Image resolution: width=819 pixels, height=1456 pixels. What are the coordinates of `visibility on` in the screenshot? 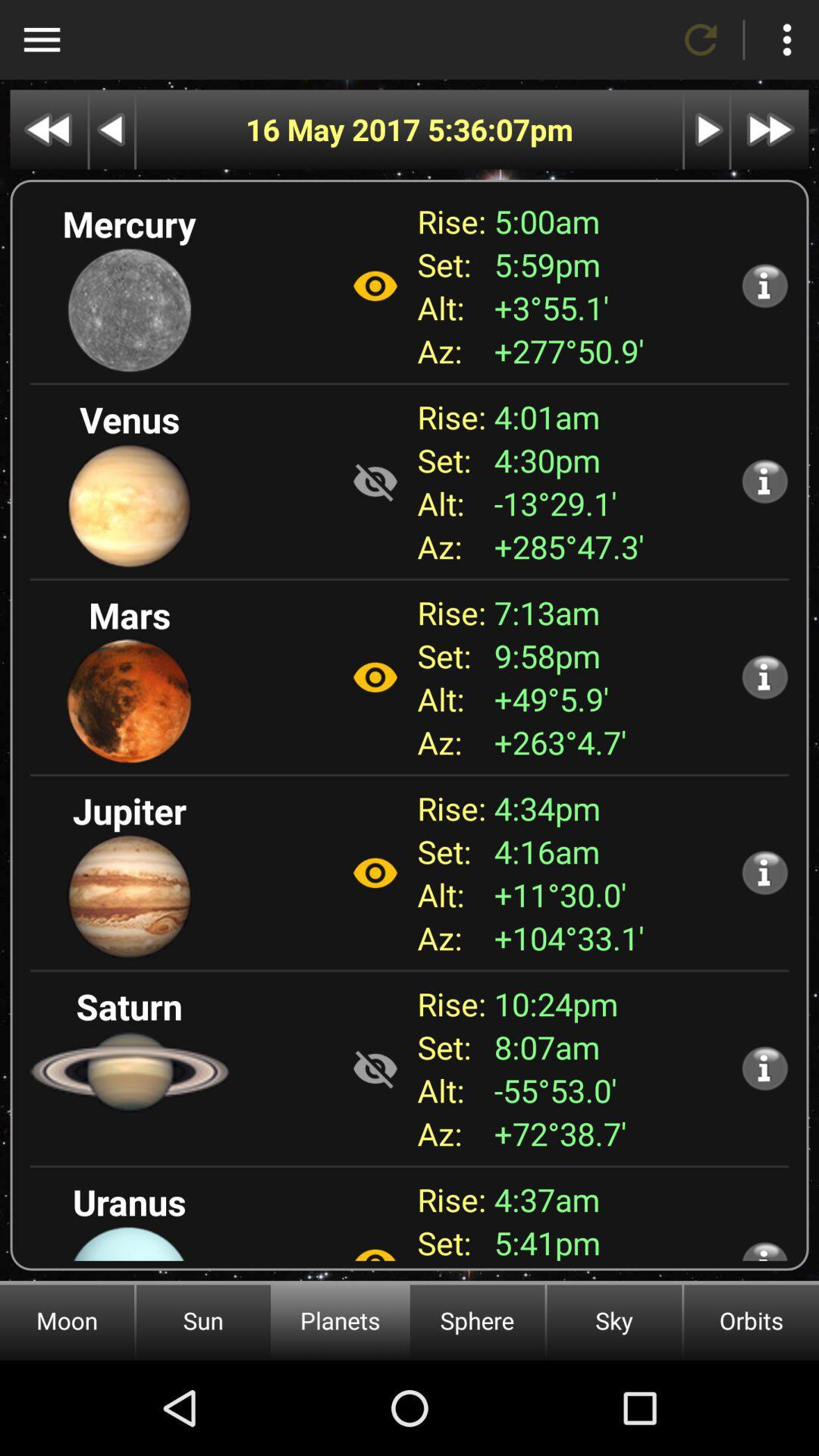 It's located at (375, 286).